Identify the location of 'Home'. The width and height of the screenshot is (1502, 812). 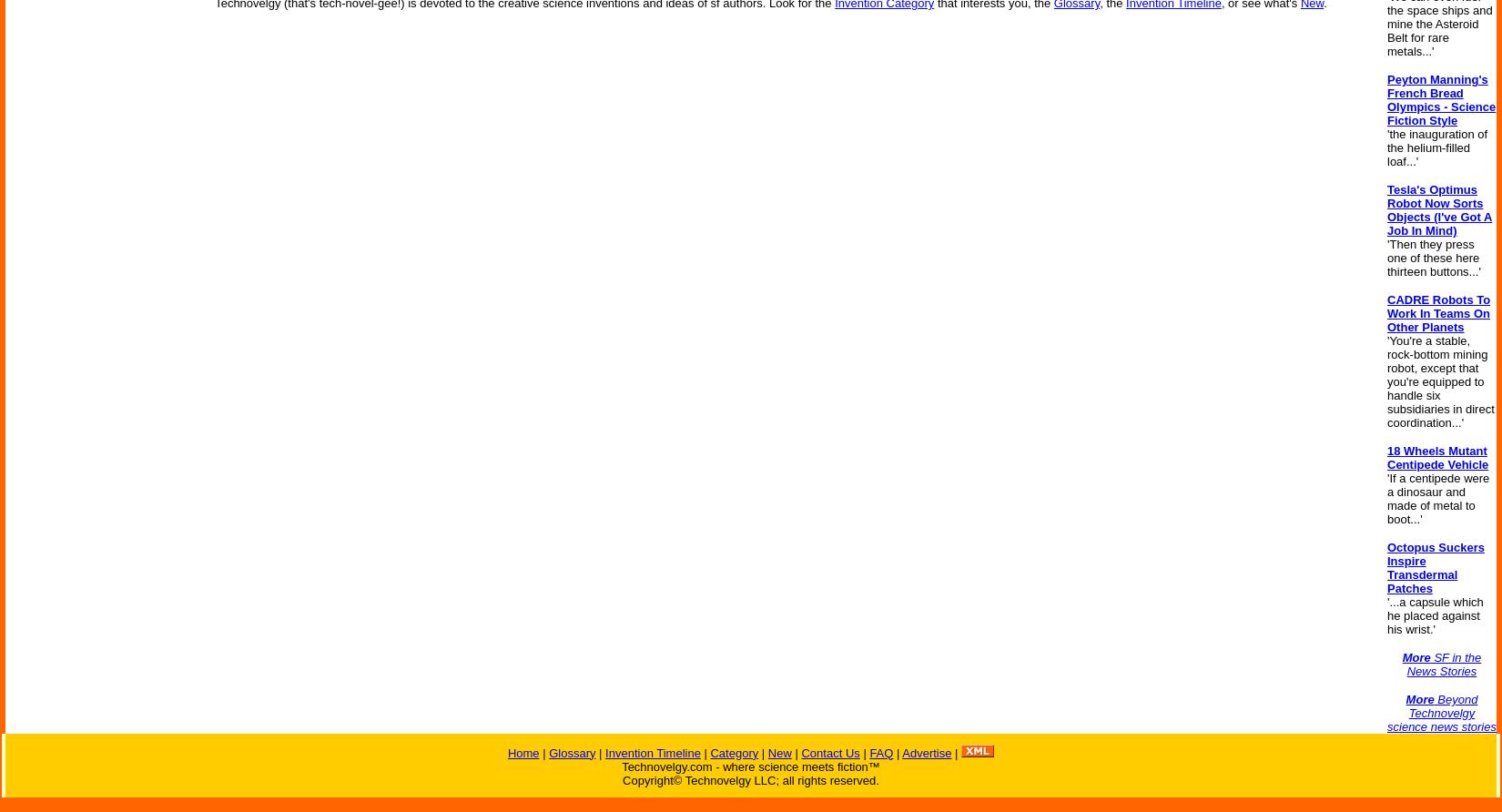
(506, 751).